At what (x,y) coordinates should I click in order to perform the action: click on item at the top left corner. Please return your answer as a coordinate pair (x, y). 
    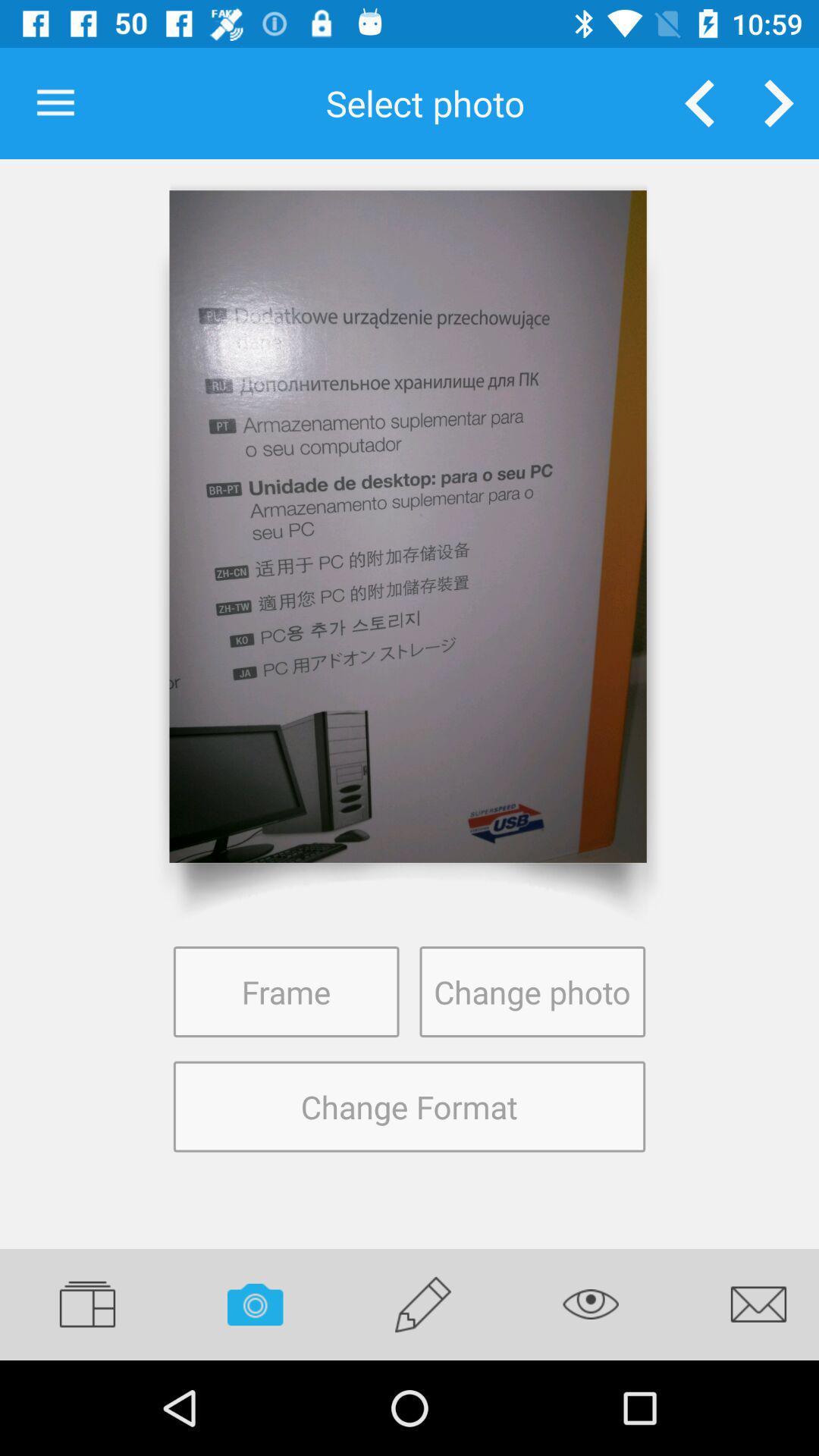
    Looking at the image, I should click on (55, 102).